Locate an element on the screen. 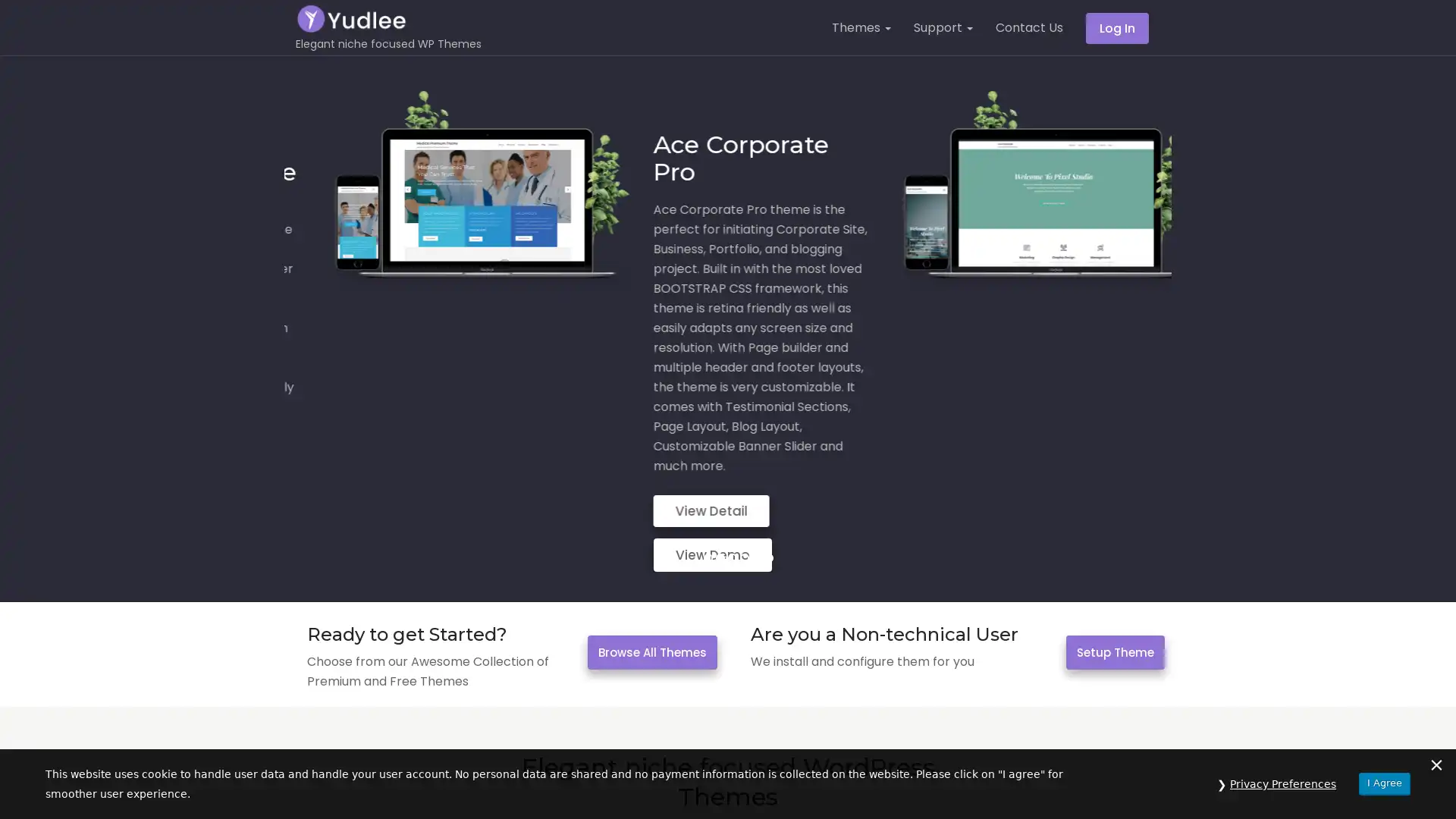 This screenshot has height=819, width=1456. 2 is located at coordinates (719, 451).